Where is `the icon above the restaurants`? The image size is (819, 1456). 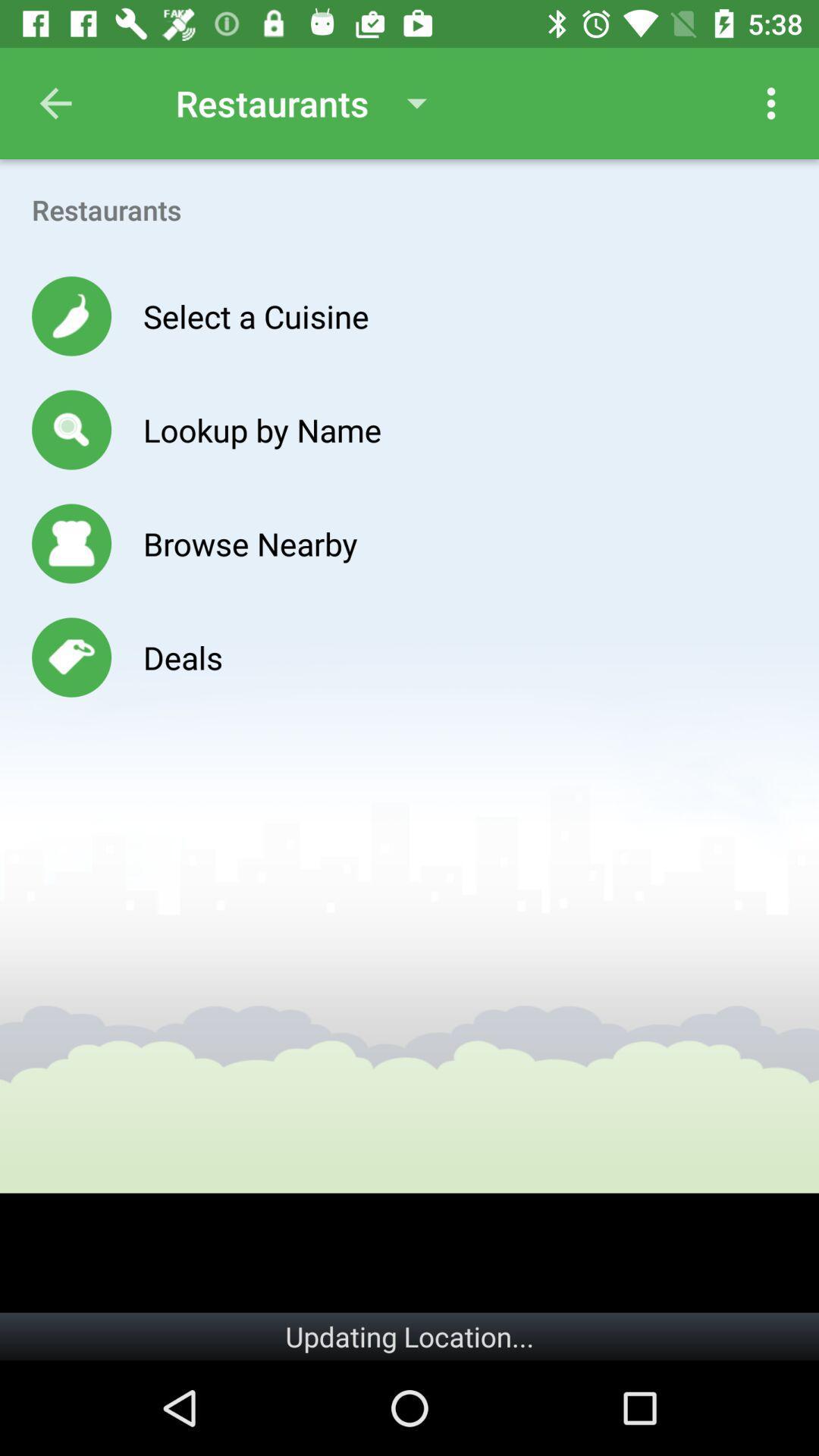
the icon above the restaurants is located at coordinates (55, 102).